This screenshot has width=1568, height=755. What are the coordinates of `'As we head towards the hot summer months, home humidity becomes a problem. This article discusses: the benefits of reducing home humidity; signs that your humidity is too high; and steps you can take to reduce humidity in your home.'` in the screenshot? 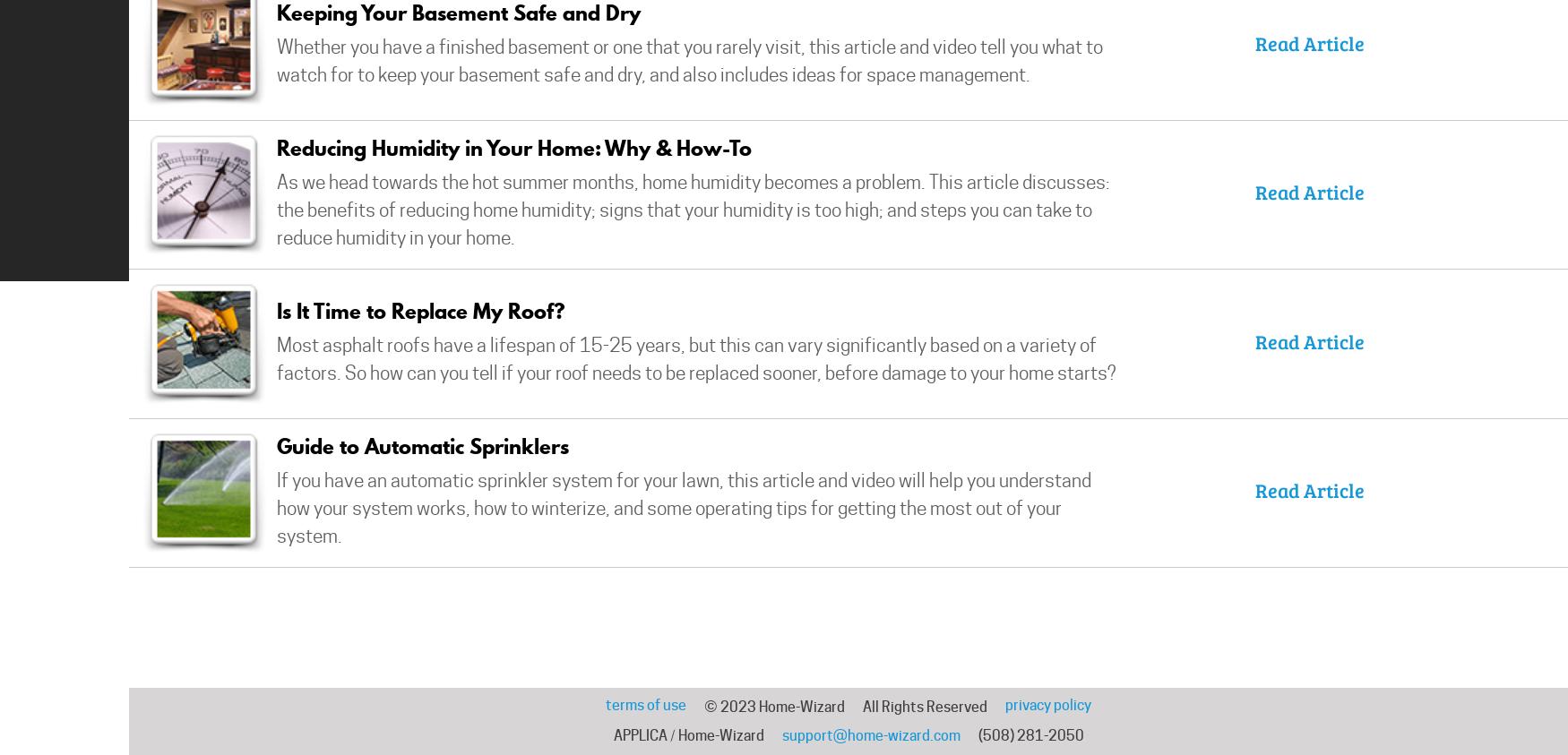 It's located at (693, 210).